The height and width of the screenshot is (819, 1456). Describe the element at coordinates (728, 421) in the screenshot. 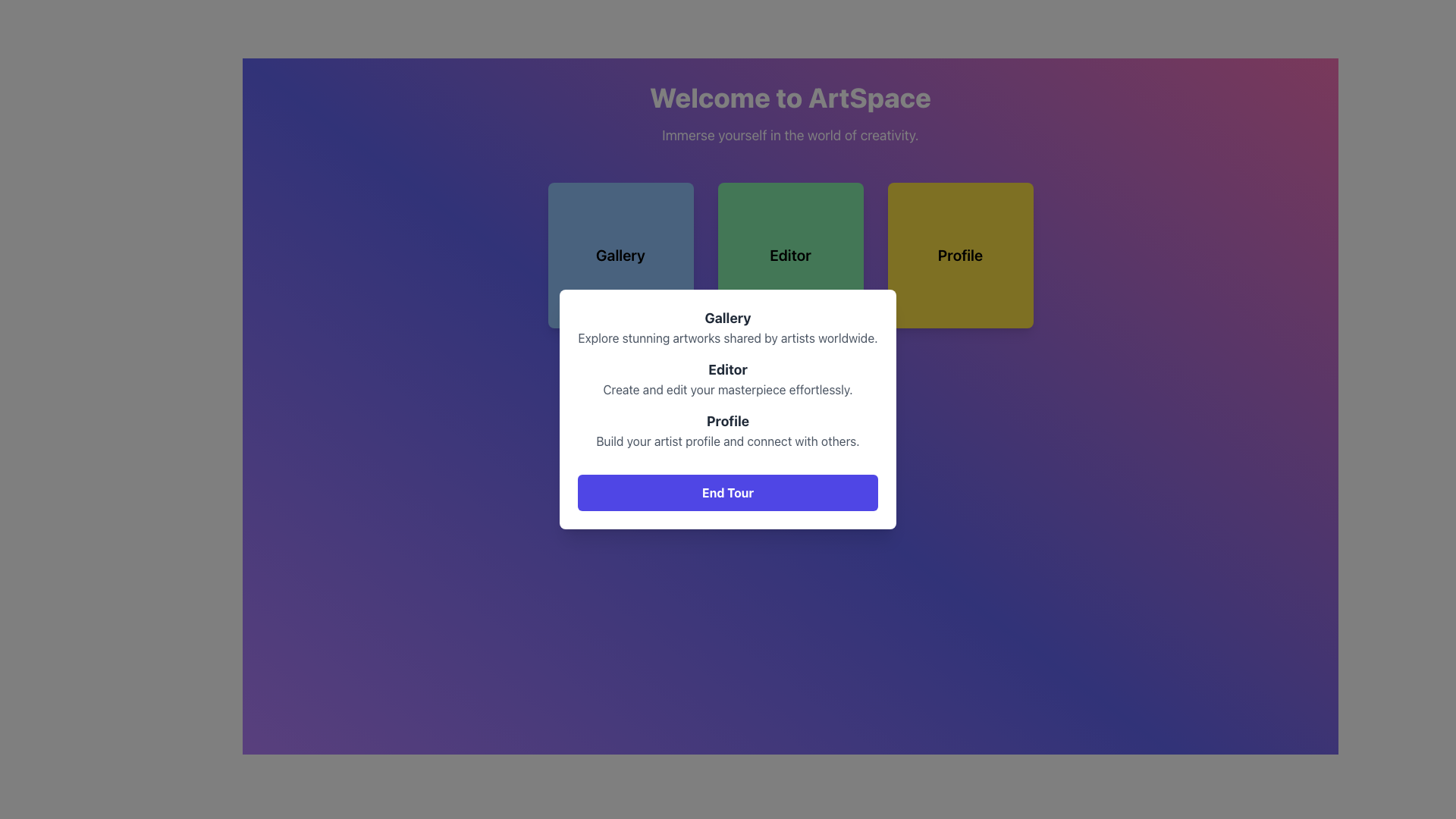

I see `text of the heading that serves as a title for creating an artist profile and connecting with others, located in the centered modal dialog box` at that location.